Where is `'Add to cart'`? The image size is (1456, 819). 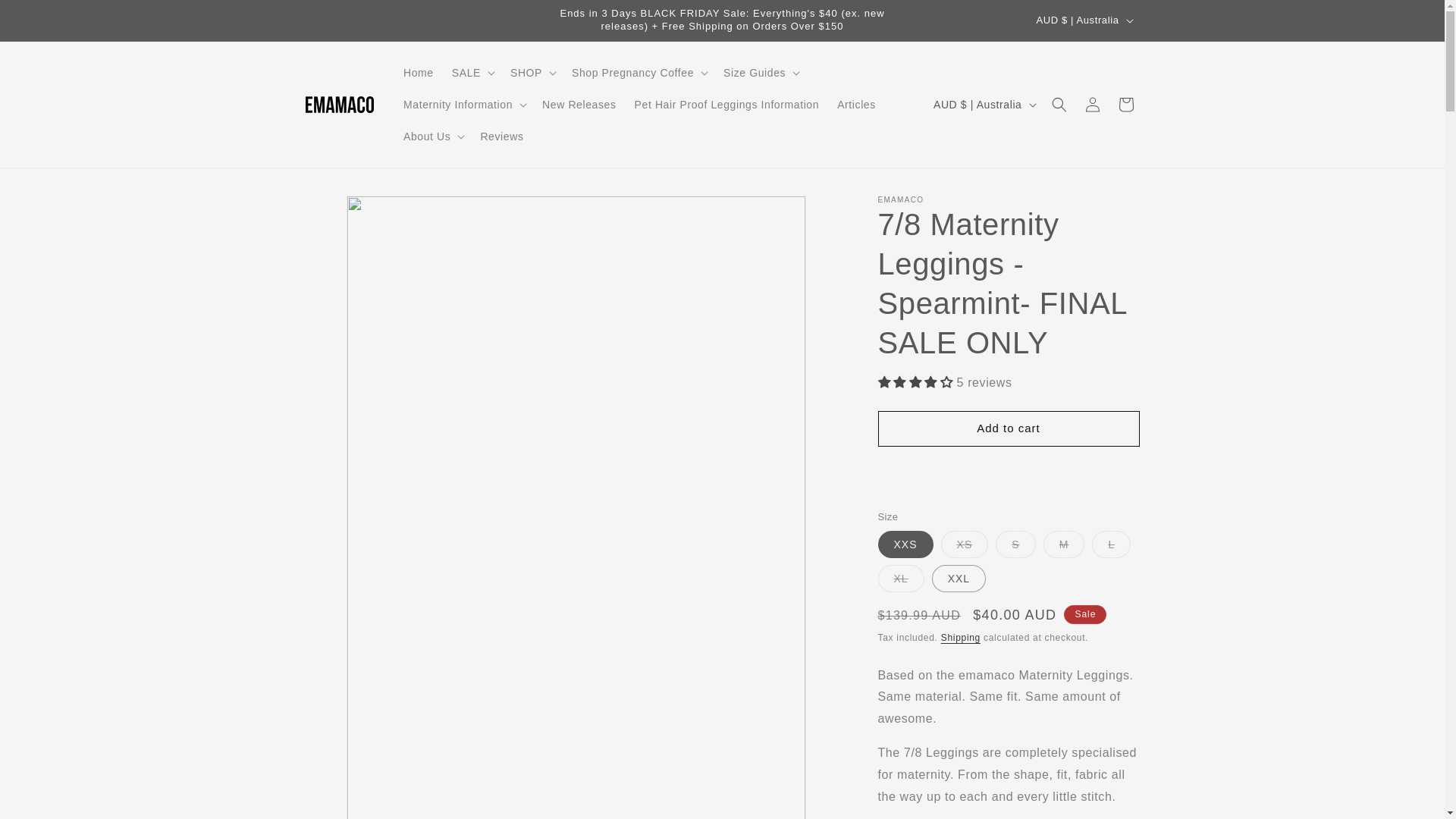
'Add to cart' is located at coordinates (1009, 428).